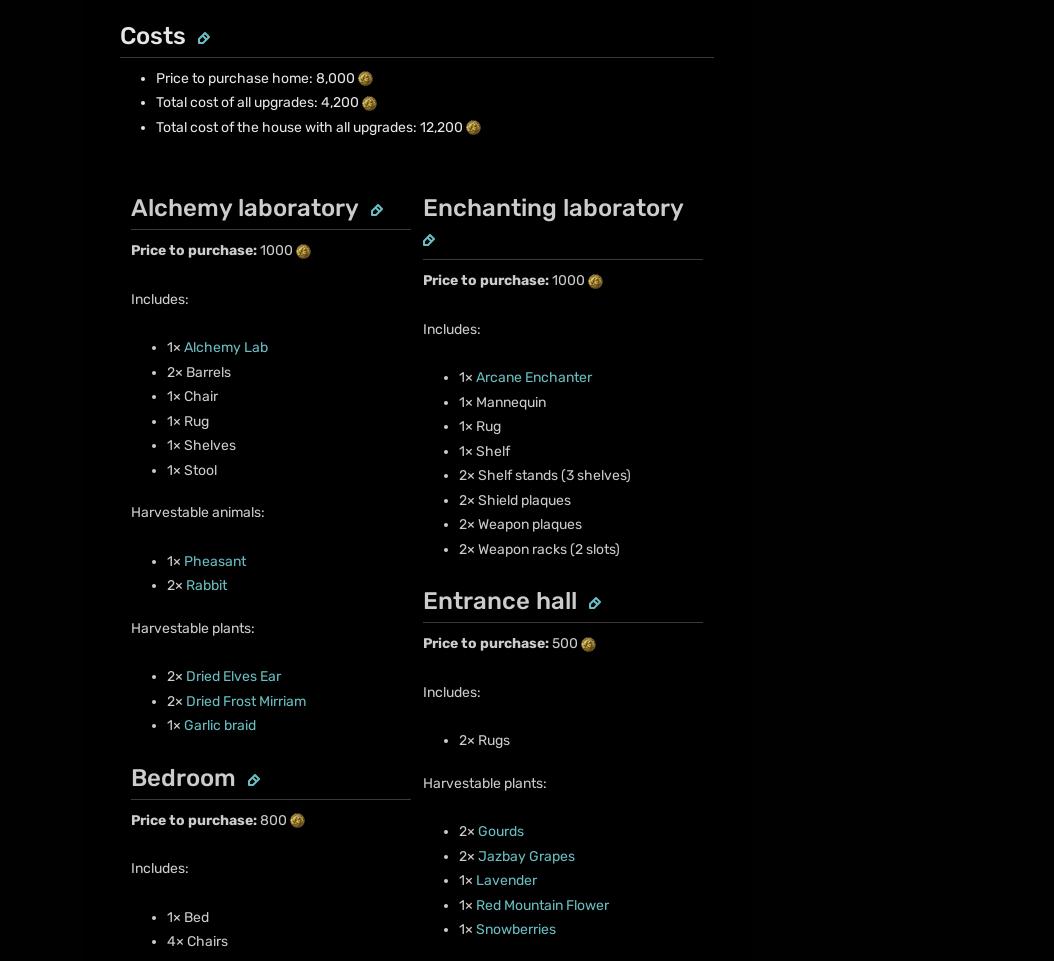 Image resolution: width=1054 pixels, height=961 pixels. What do you see at coordinates (271, 825) in the screenshot?
I see `'Take your favorite fandoms with you and never miss a beat.'` at bounding box center [271, 825].